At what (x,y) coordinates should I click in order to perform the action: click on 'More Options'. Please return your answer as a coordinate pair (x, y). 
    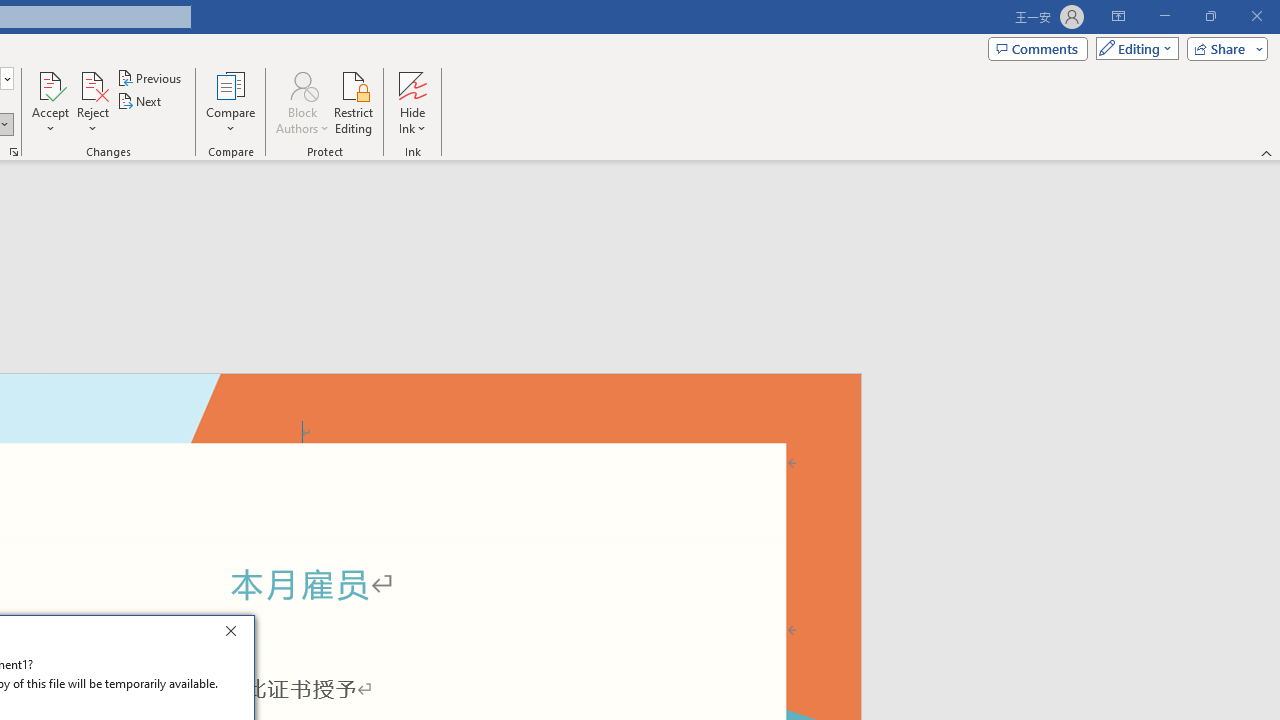
    Looking at the image, I should click on (411, 121).